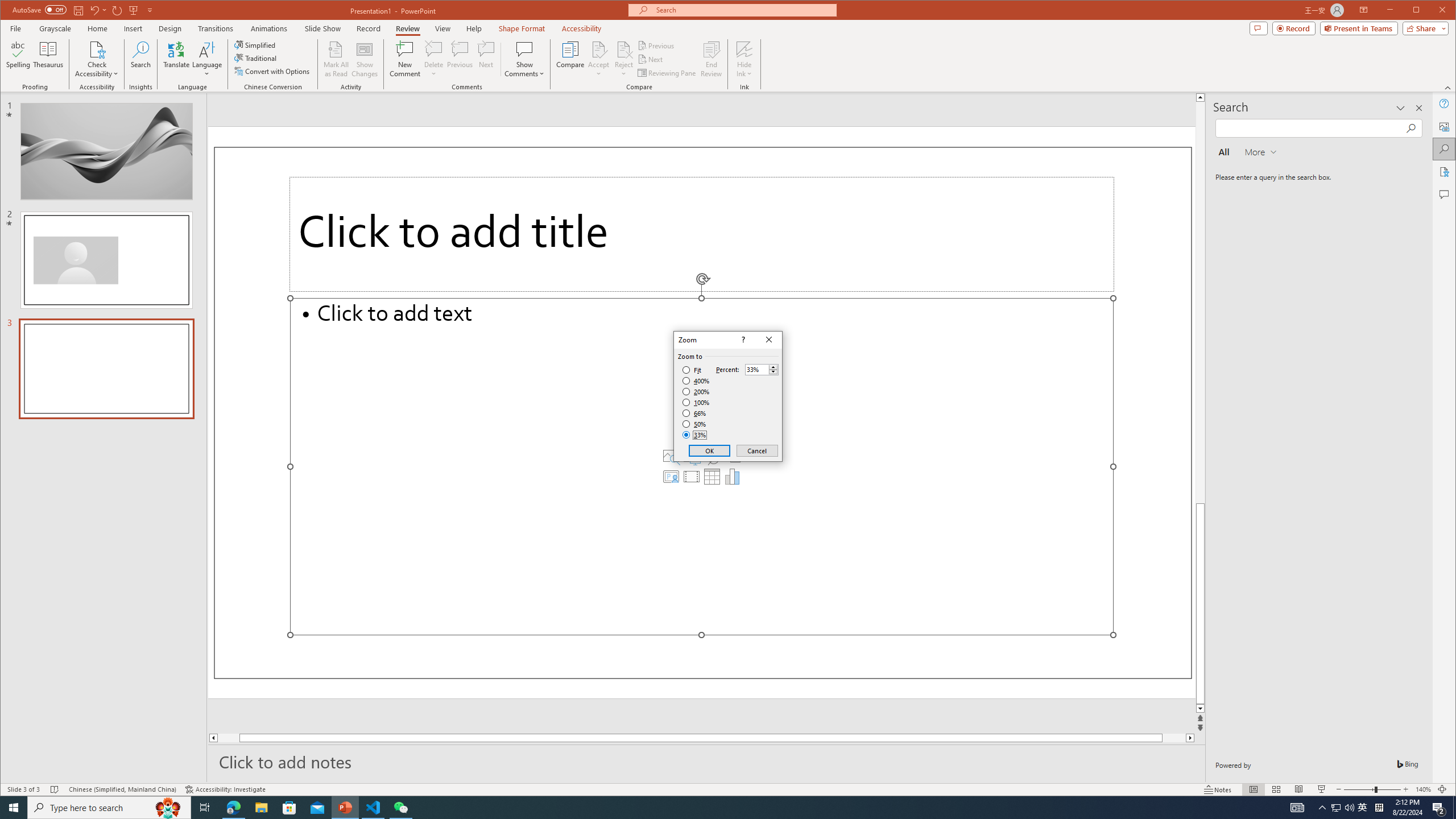  I want to click on 'Percent', so click(762, 369).